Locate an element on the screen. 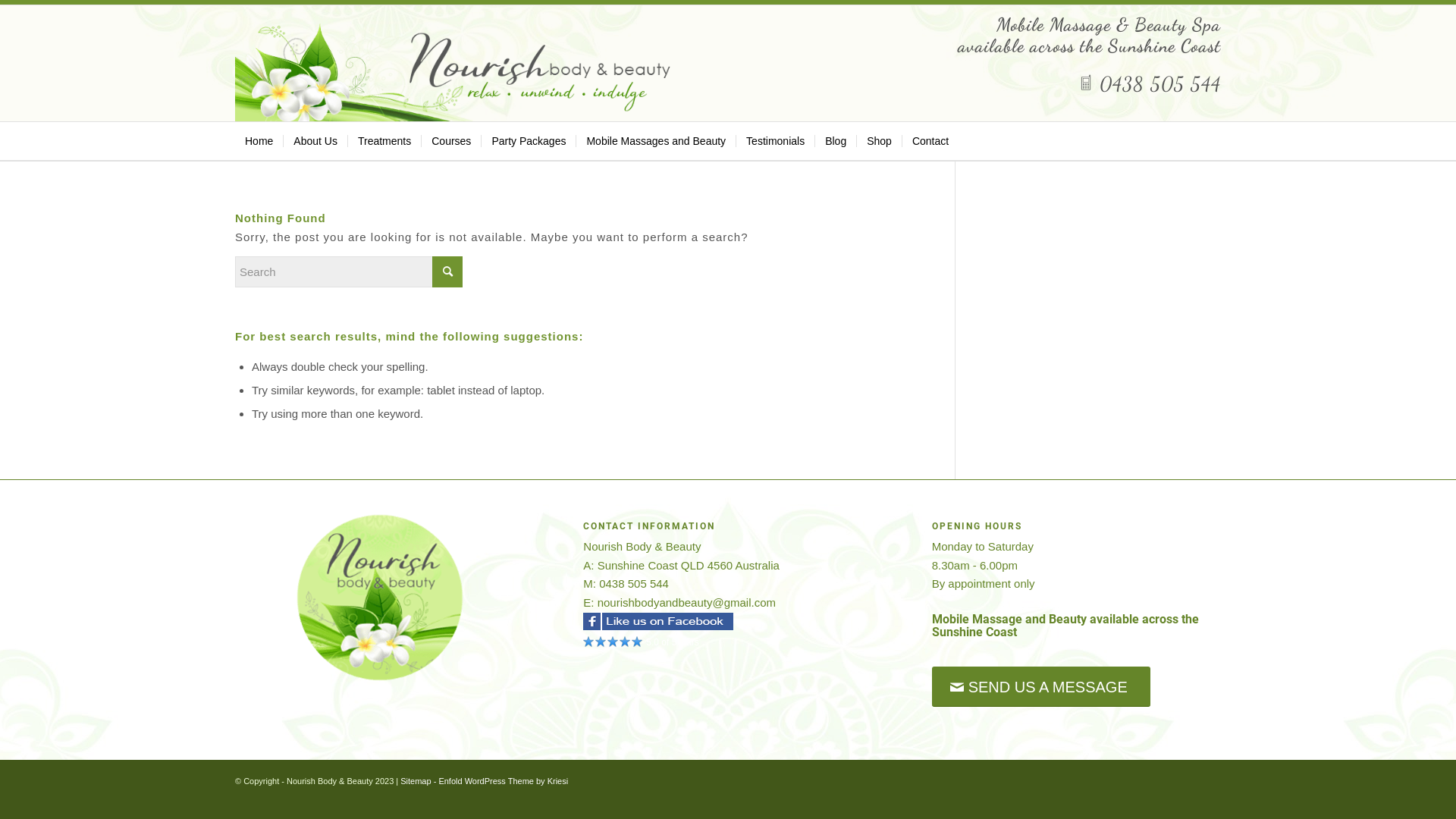 The image size is (1456, 819). 'Party Packages' is located at coordinates (479, 140).